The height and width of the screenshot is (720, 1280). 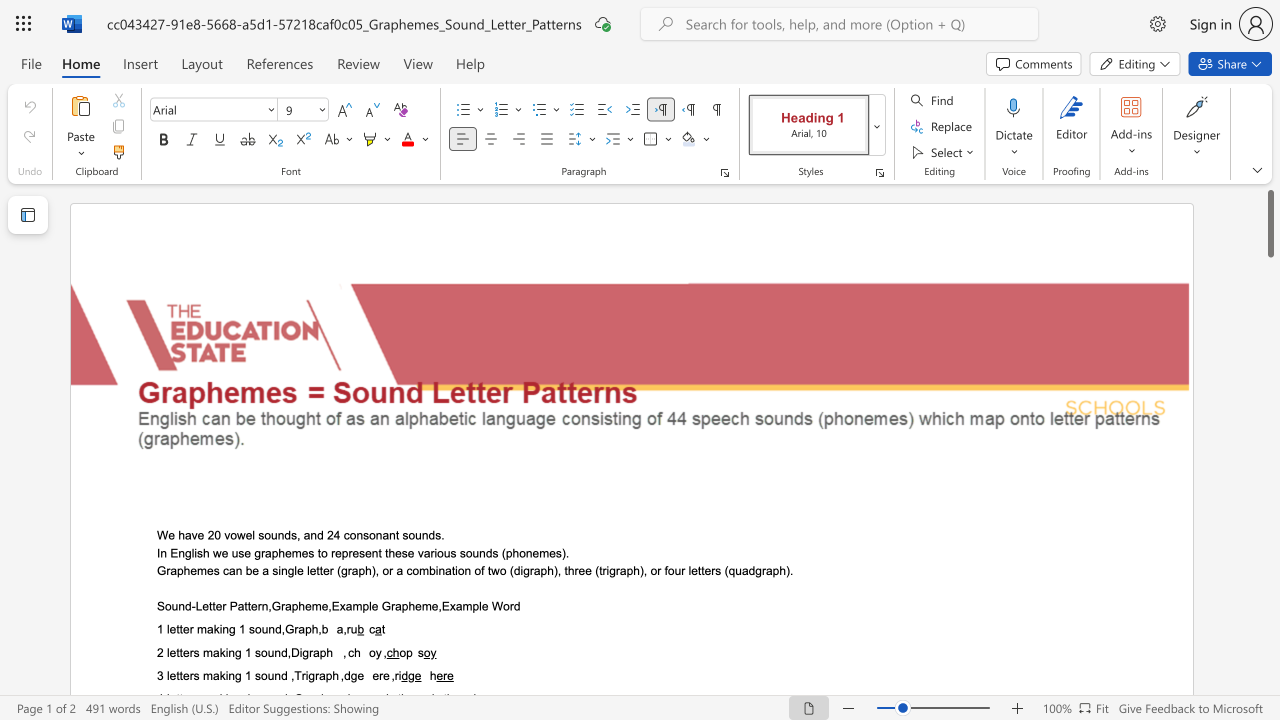 What do you see at coordinates (1269, 490) in the screenshot?
I see `the scrollbar on the right to shift the page lower` at bounding box center [1269, 490].